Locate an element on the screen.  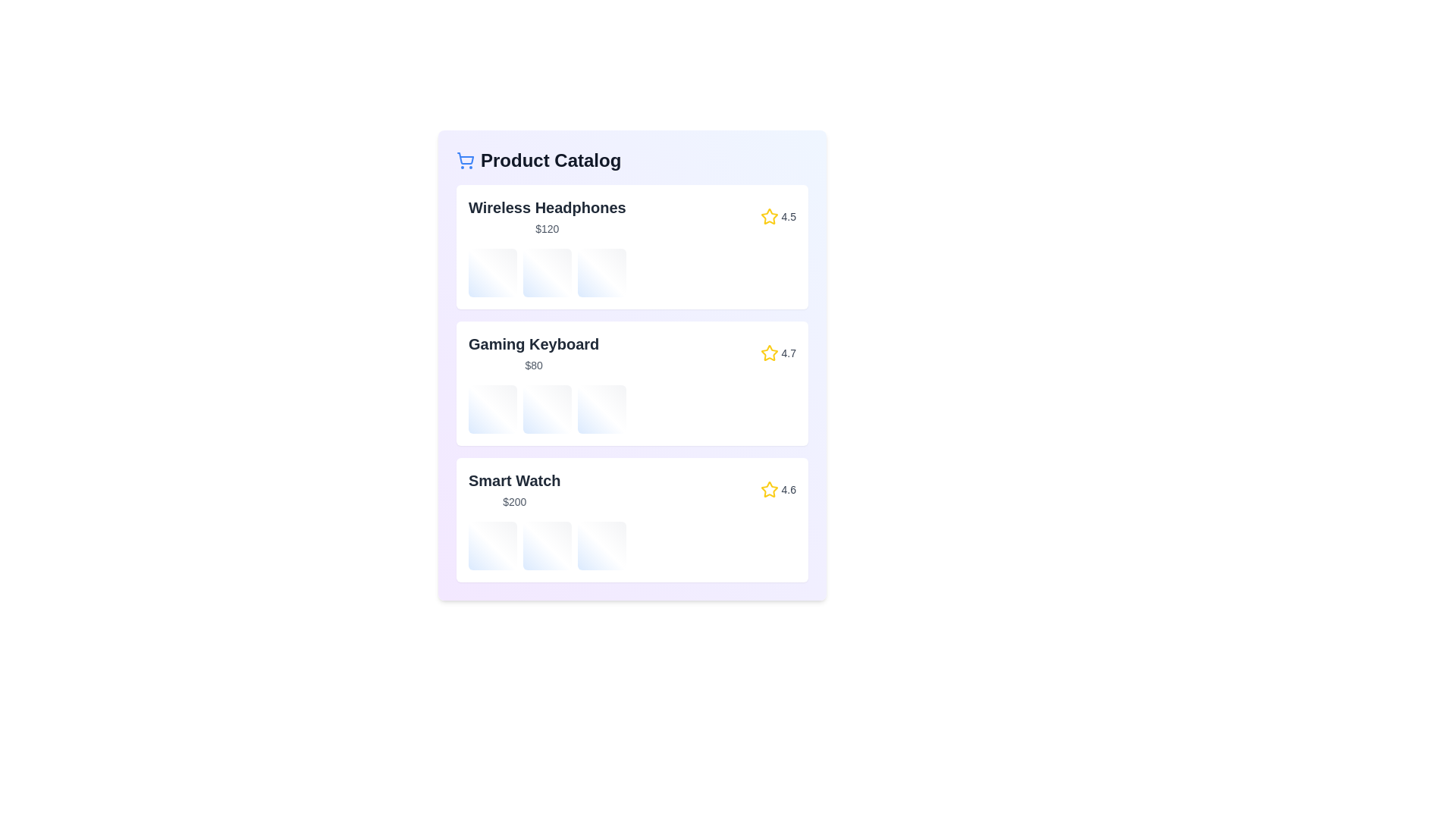
the image placeholders for the product images in the component is located at coordinates (492, 271).